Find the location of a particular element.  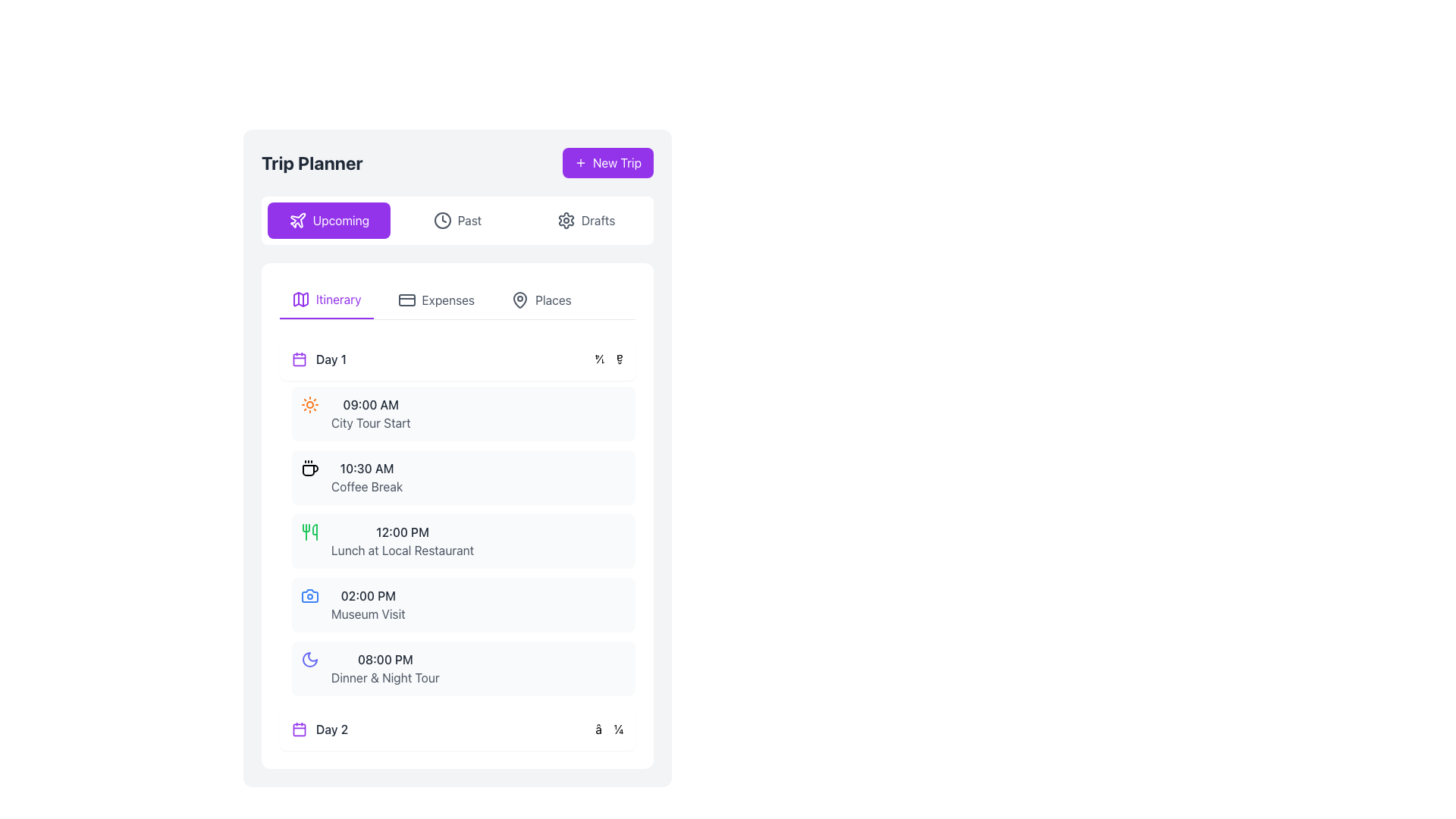

the rounded rectangle styled as a calendar icon background, located near the 'Day 2' label is located at coordinates (299, 728).